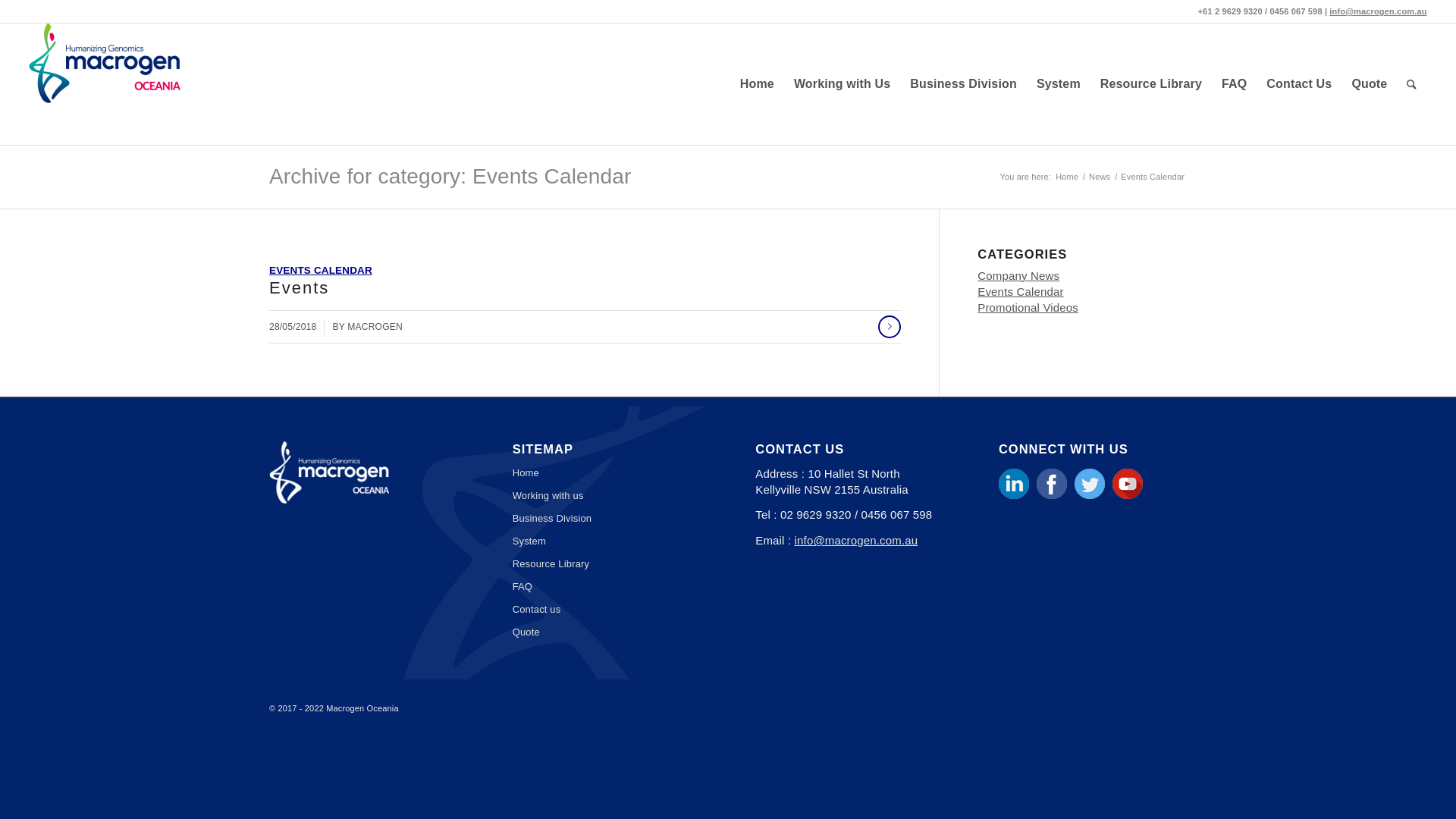 The image size is (1456, 819). What do you see at coordinates (299, 287) in the screenshot?
I see `'Events'` at bounding box center [299, 287].